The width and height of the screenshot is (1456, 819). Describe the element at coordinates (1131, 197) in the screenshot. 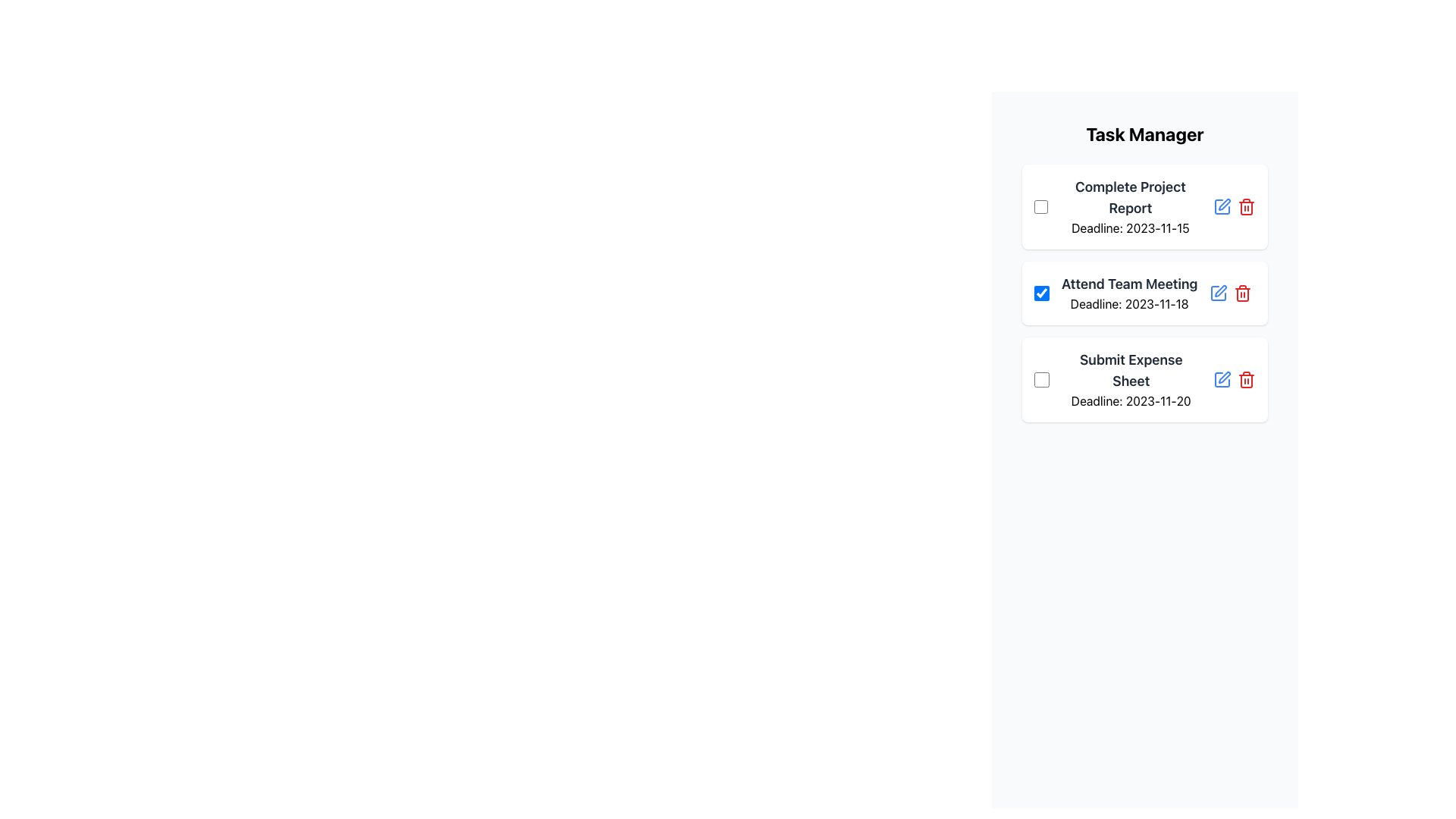

I see `the text label at the top of the 'Task Manager' panel, which serves as the title for a task` at that location.